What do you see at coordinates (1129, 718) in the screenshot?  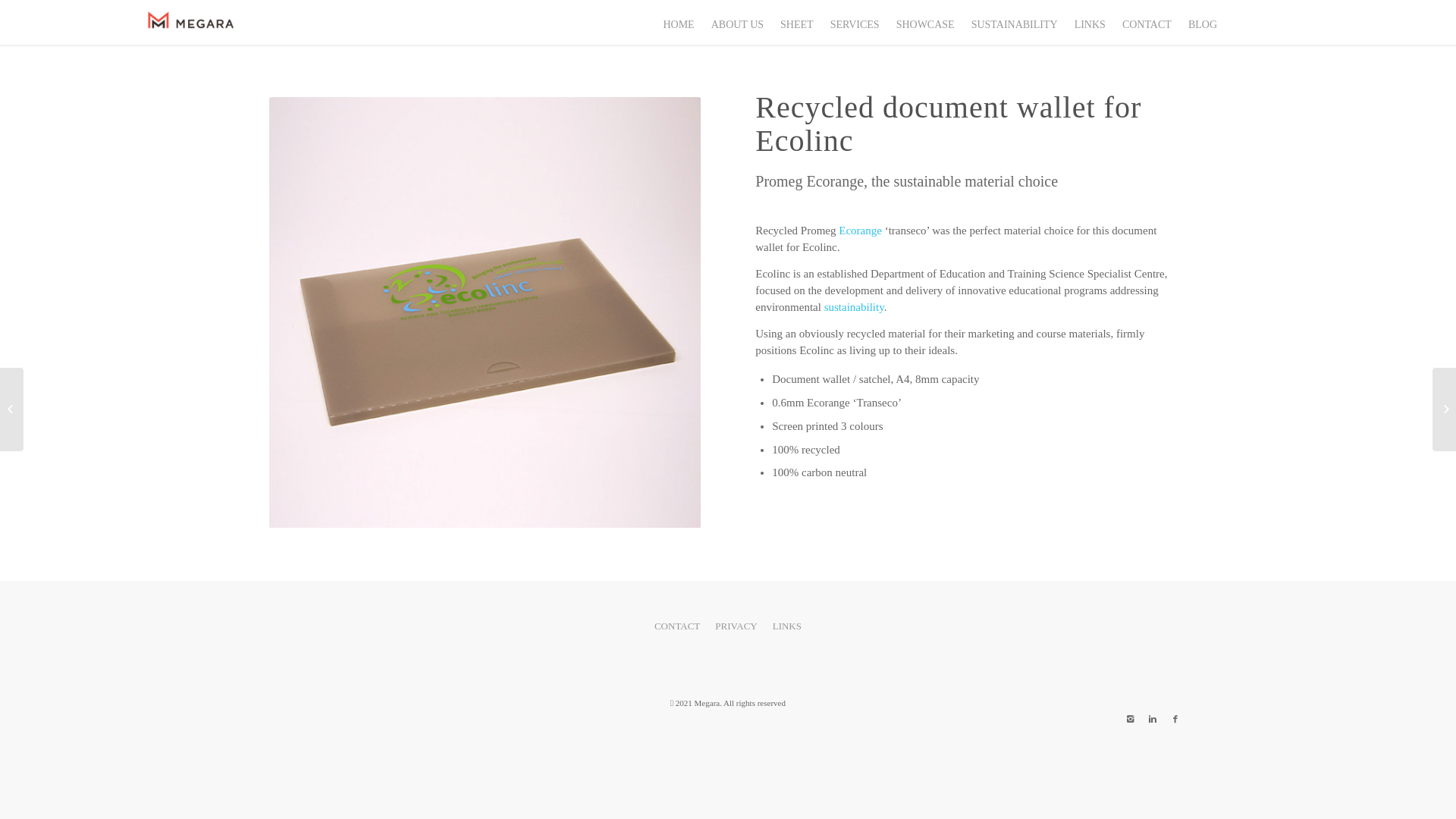 I see `'Instagram'` at bounding box center [1129, 718].